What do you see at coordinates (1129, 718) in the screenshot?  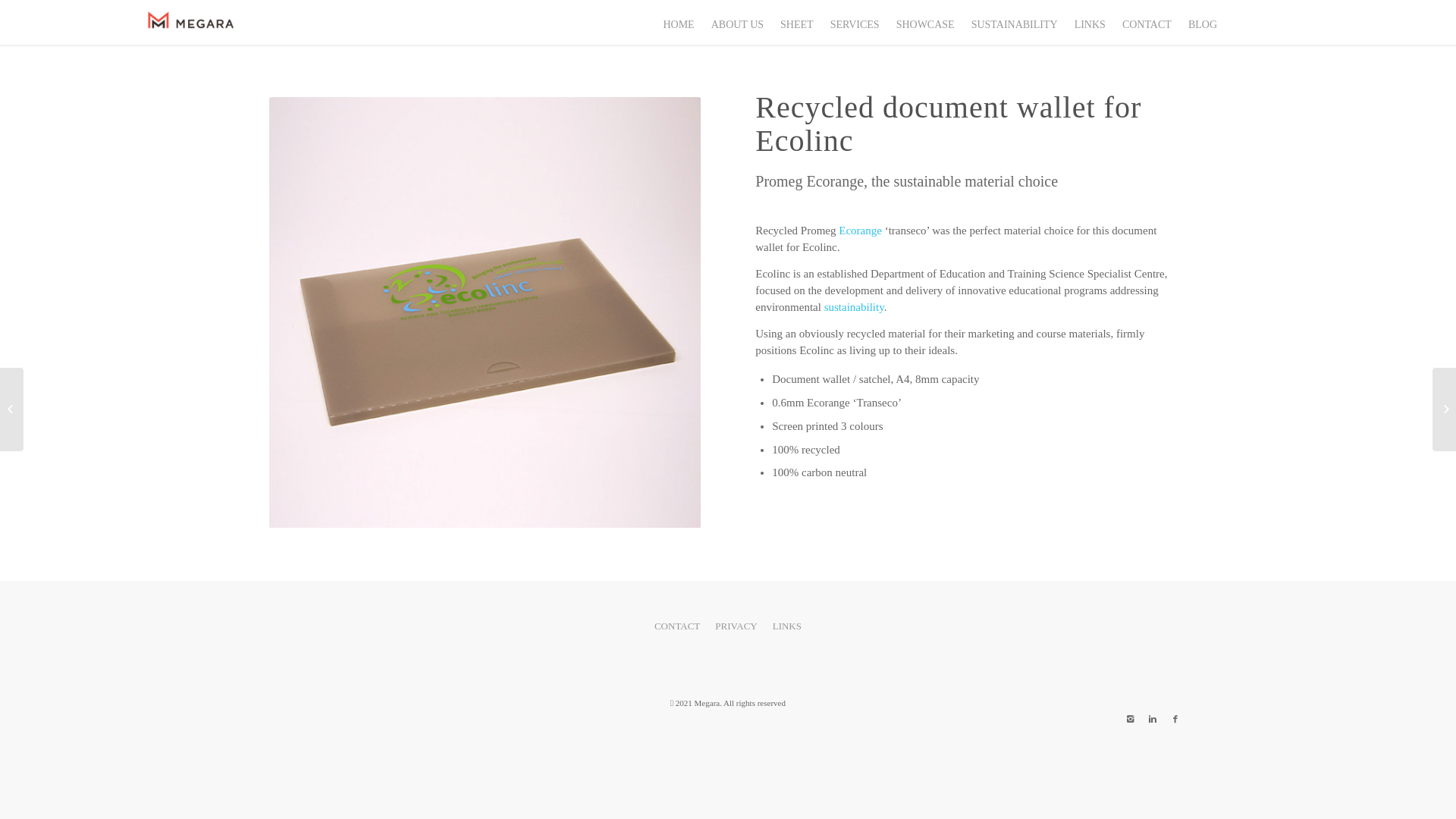 I see `'Instagram'` at bounding box center [1129, 718].